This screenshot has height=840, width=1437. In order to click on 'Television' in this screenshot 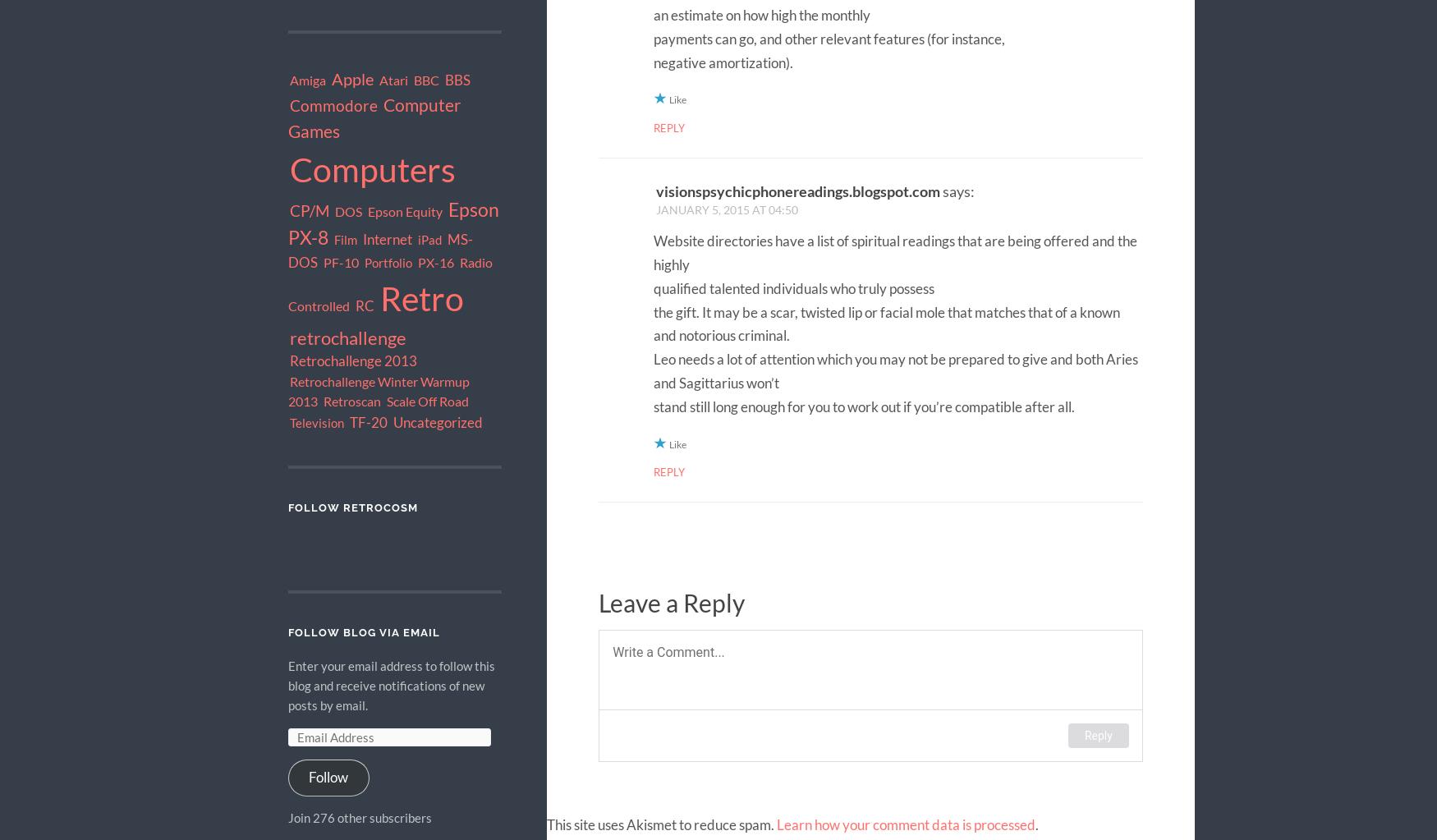, I will do `click(315, 420)`.